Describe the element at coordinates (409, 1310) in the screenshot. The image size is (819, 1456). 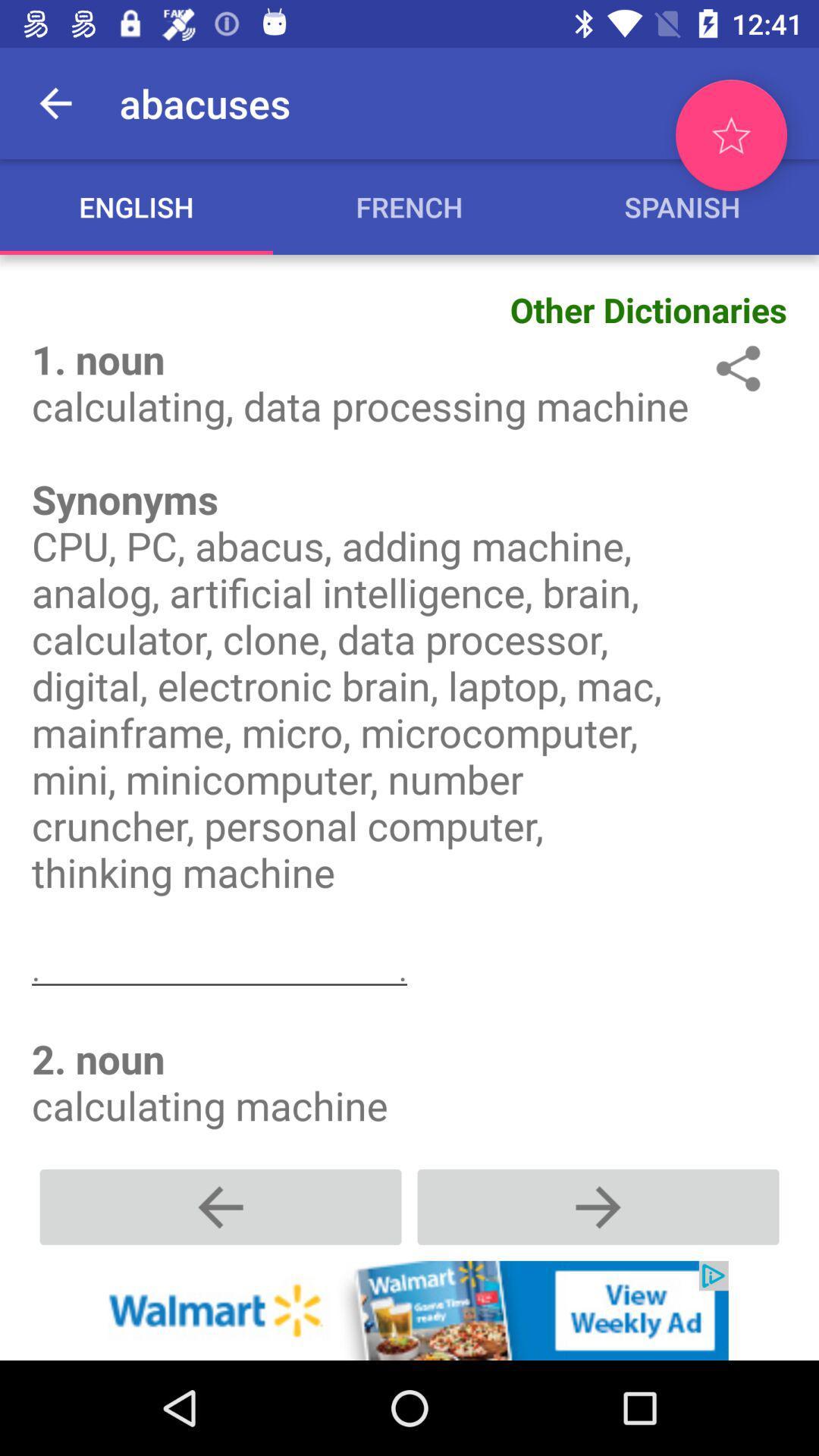
I see `this is an advertisement` at that location.